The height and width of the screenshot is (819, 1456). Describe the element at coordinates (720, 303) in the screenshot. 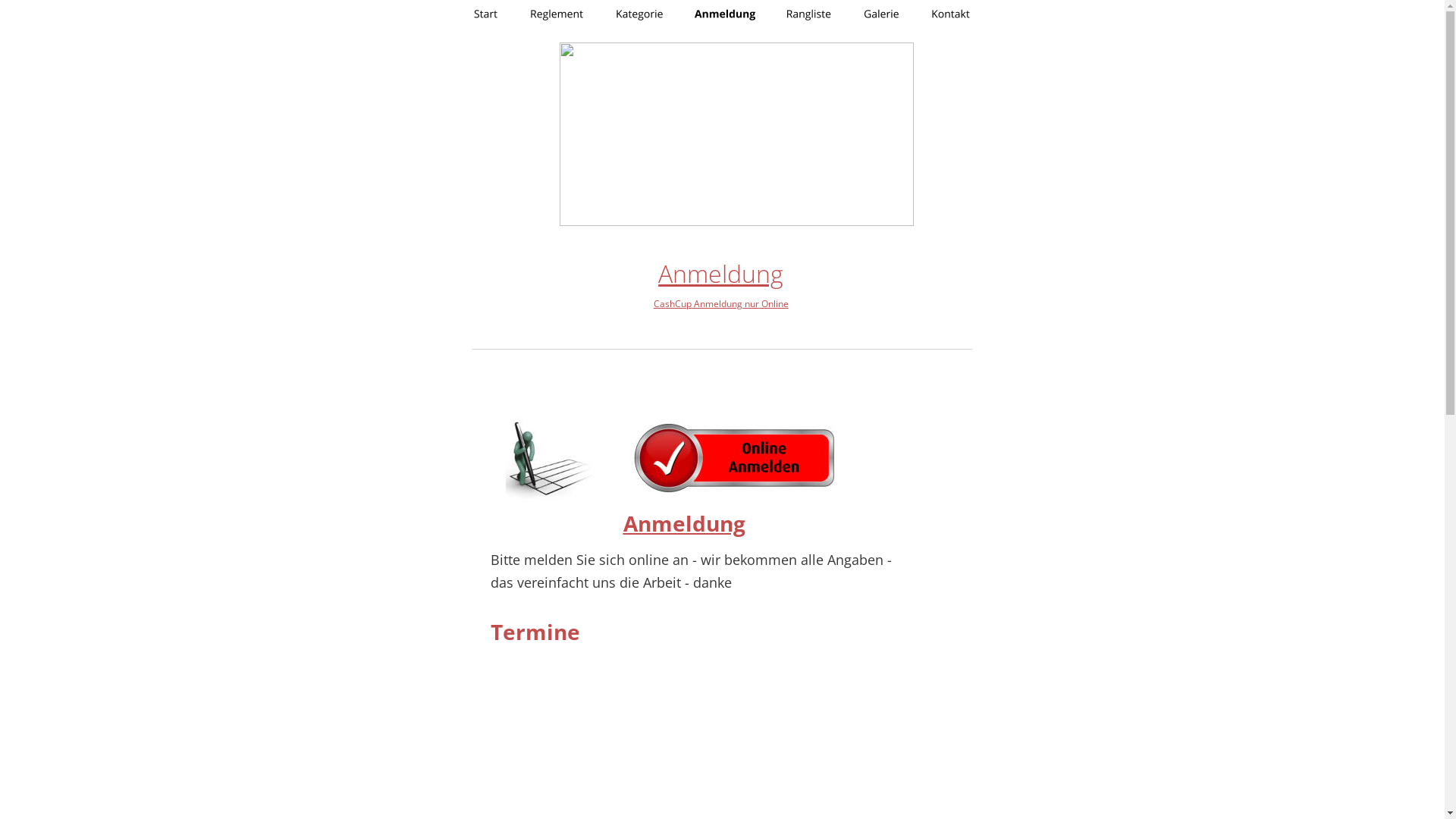

I see `'CashCup Anmeldung nur Online'` at that location.